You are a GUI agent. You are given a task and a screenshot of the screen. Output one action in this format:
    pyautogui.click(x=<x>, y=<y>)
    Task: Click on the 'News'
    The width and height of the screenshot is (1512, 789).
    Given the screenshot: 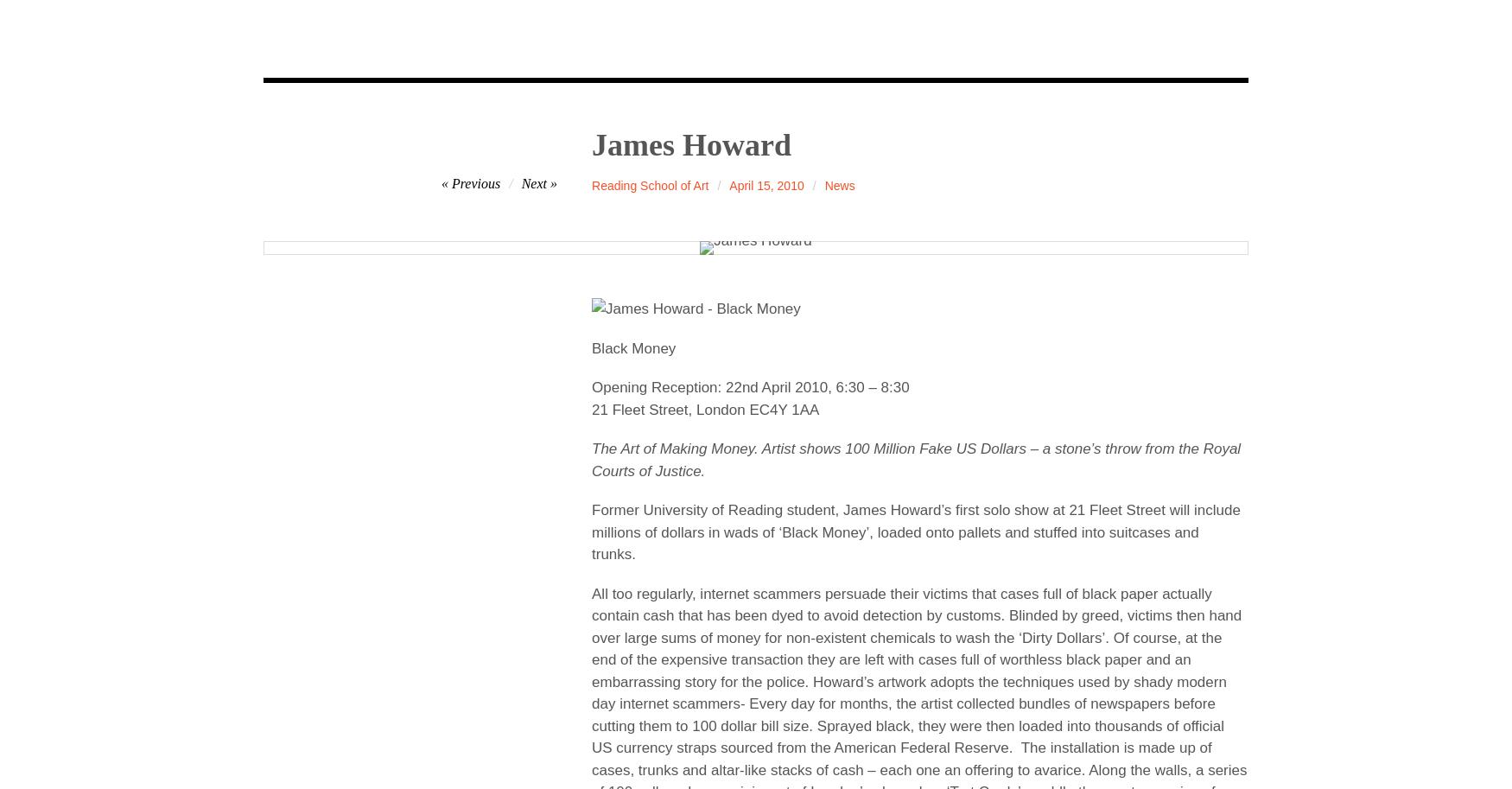 What is the action you would take?
    pyautogui.click(x=839, y=185)
    